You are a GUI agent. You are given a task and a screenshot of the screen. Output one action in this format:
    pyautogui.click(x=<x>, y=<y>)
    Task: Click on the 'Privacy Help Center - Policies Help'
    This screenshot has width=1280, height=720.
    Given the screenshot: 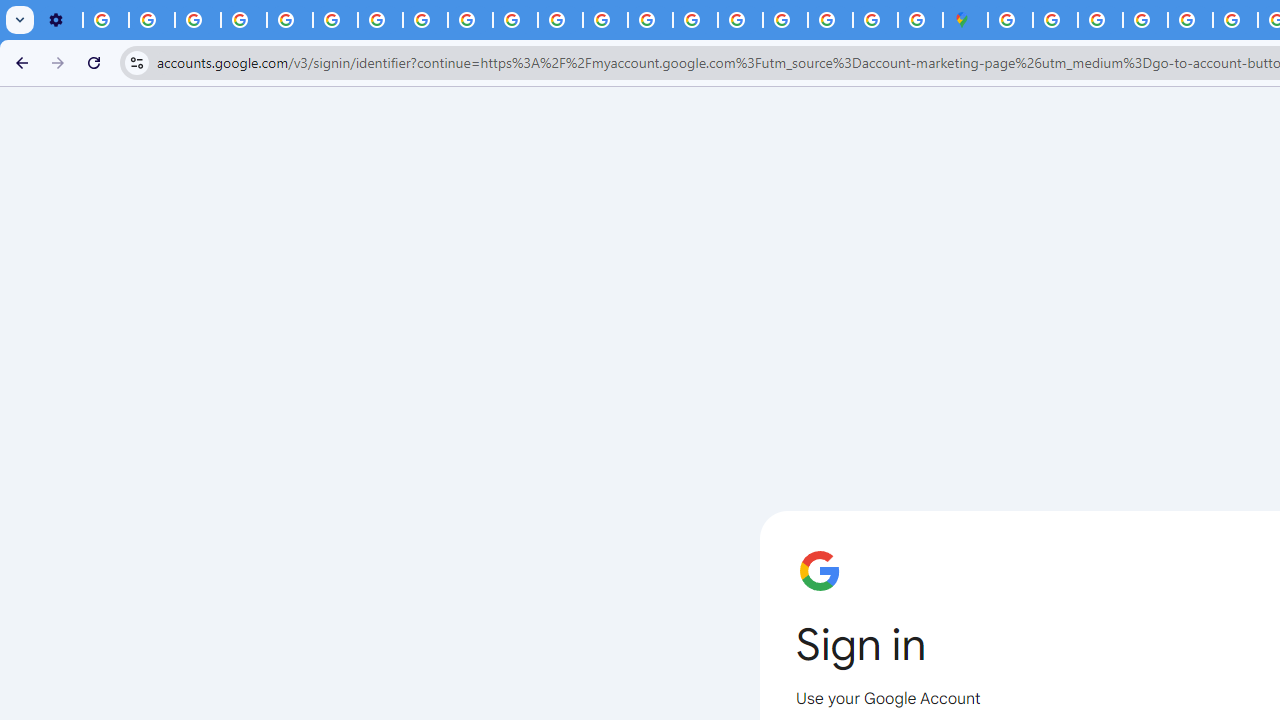 What is the action you would take?
    pyautogui.click(x=289, y=20)
    